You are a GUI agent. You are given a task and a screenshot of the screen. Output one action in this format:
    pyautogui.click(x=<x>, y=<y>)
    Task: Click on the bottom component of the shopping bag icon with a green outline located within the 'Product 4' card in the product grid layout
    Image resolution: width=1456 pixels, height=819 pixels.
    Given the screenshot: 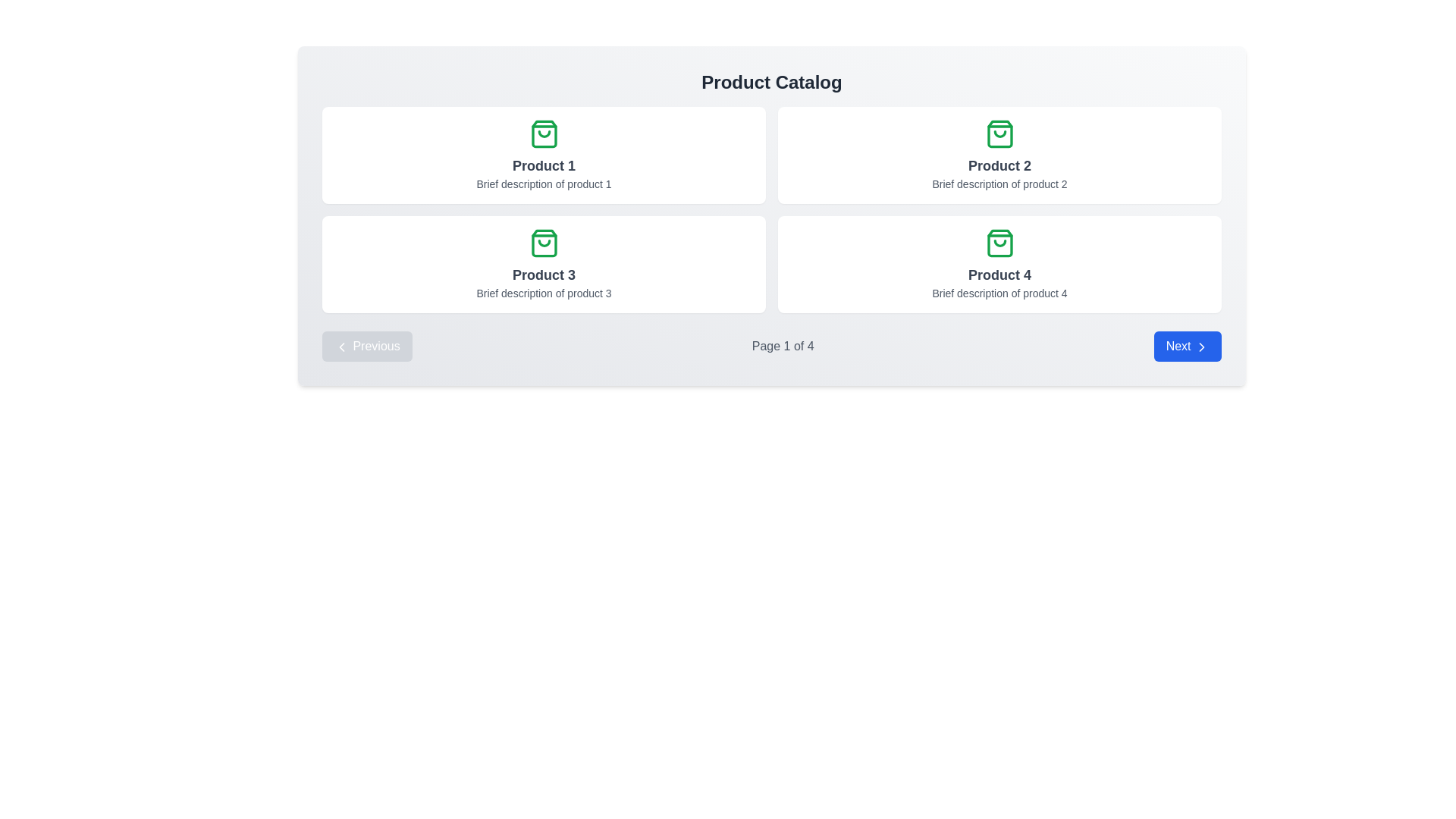 What is the action you would take?
    pyautogui.click(x=999, y=242)
    